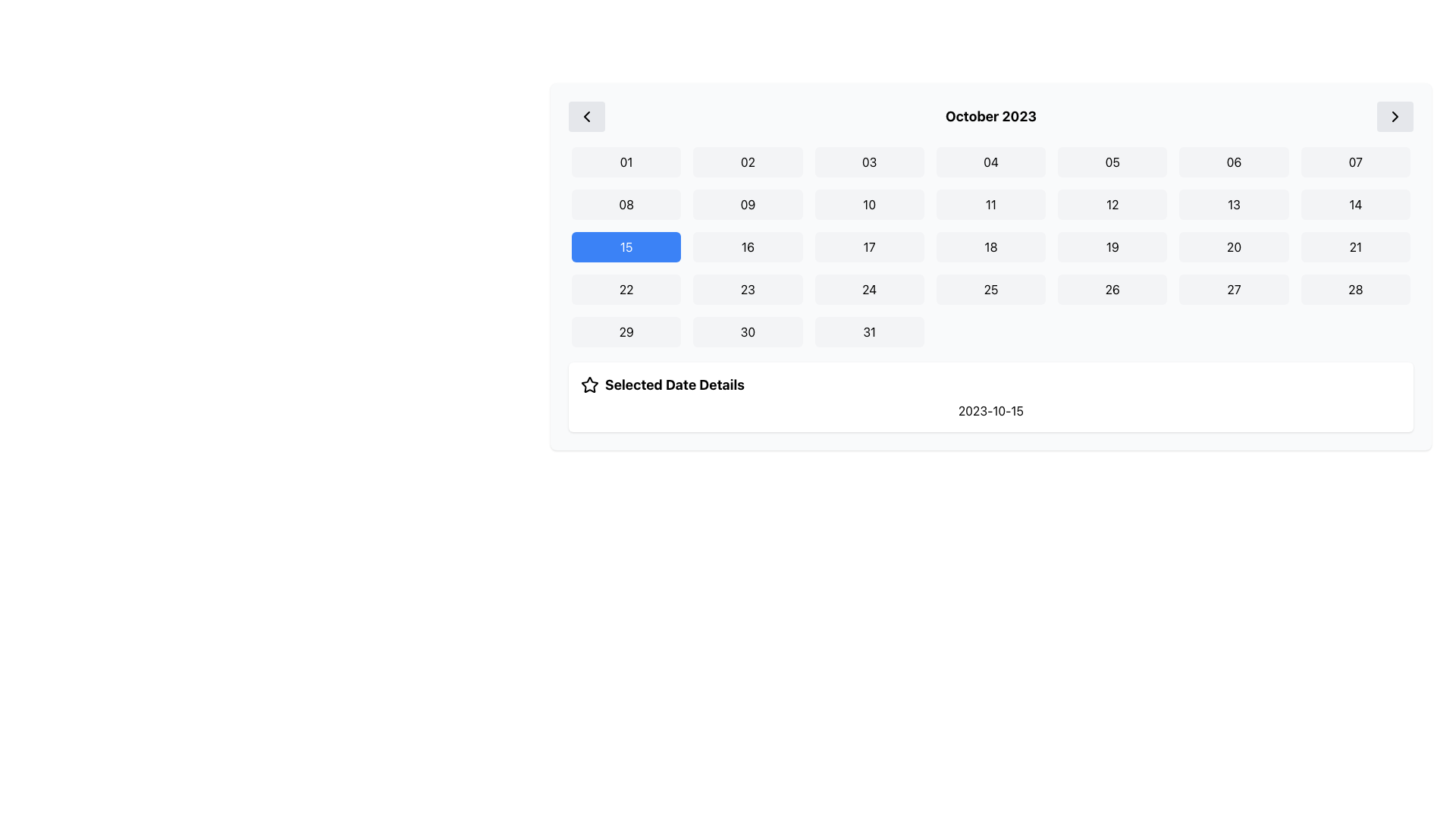  Describe the element at coordinates (748, 246) in the screenshot. I see `the button representing the date '16' in the calendar grid` at that location.